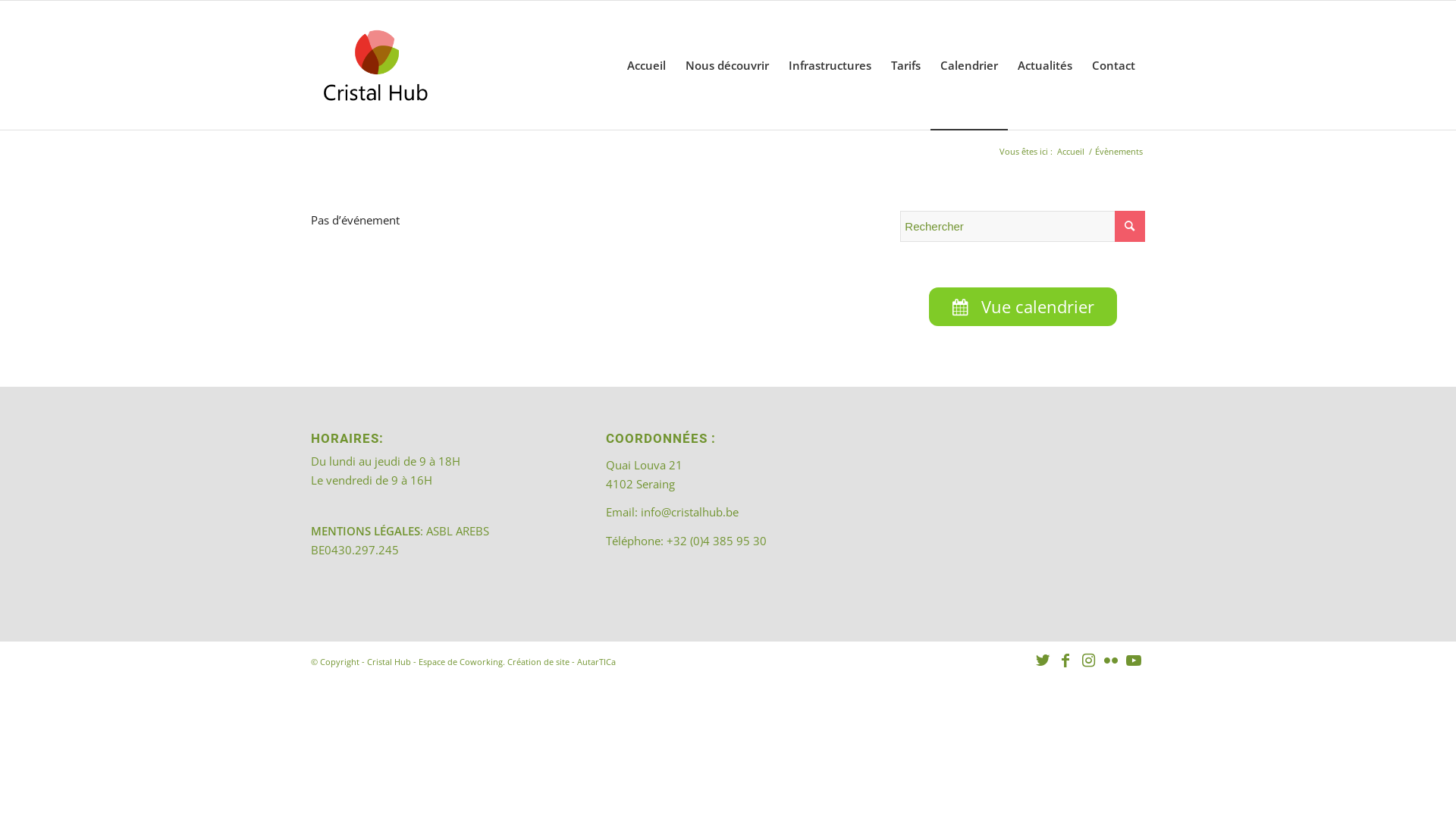 The width and height of the screenshot is (1456, 819). I want to click on 'Accueil', so click(646, 64).